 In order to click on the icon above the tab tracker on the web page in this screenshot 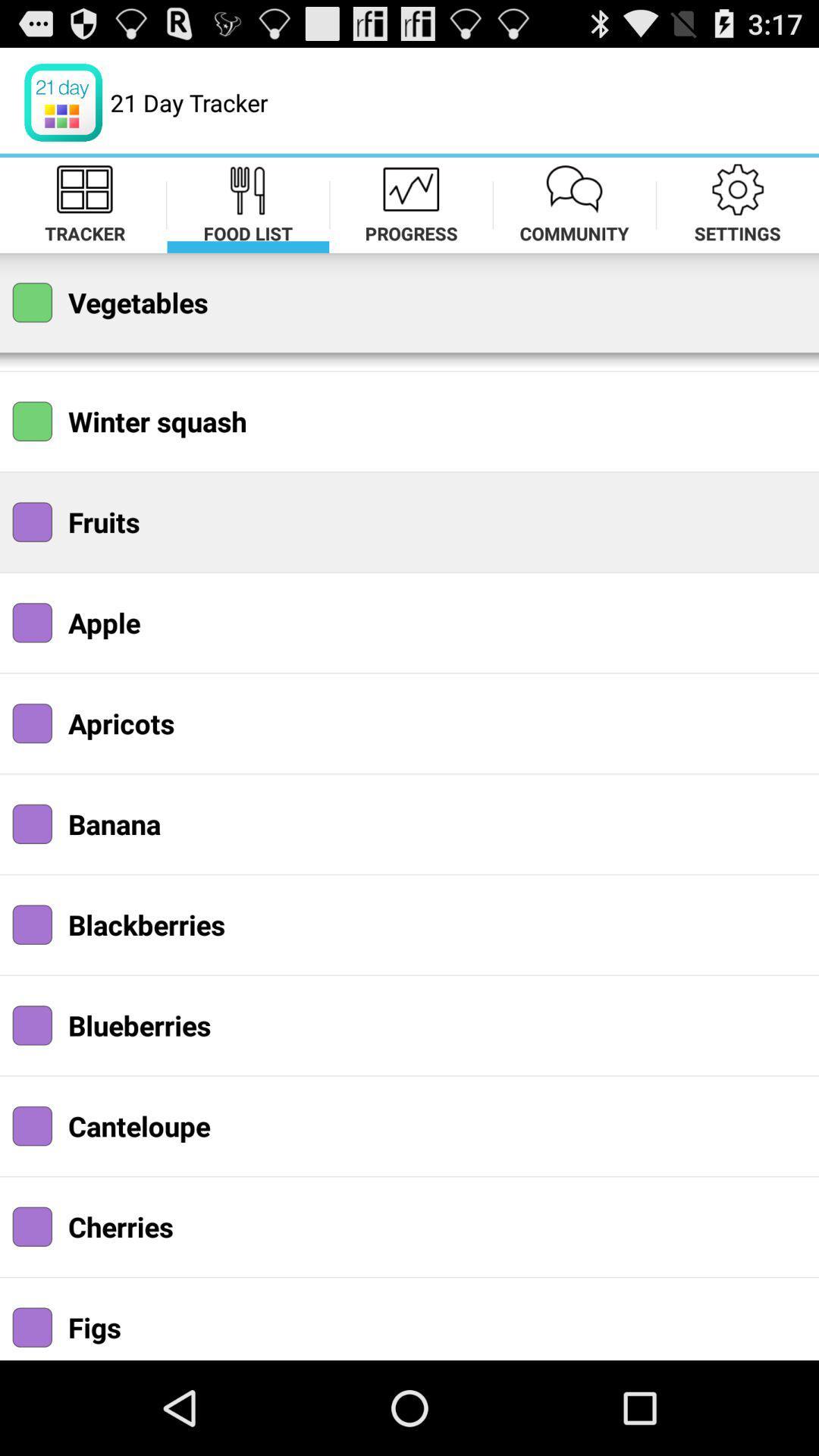, I will do `click(84, 188)`.